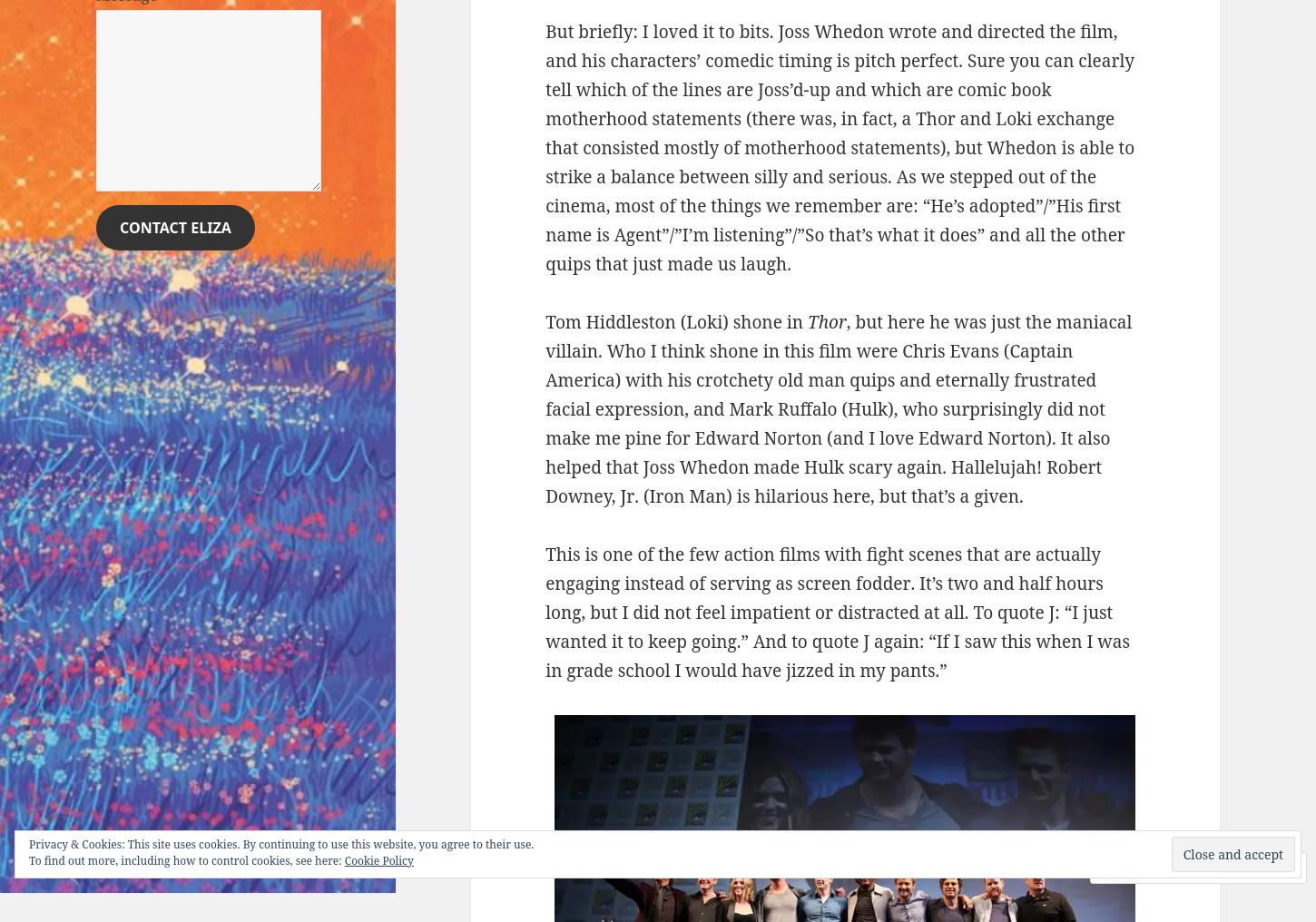  What do you see at coordinates (839, 145) in the screenshot?
I see `'But briefly: I loved it to bits. Joss Whedon wrote and directed the film, and his characters’ comedic timing is pitch perfect. Sure you can clearly tell which of the lines are Joss’d-up and which are comic book motherhood statements (there was, in fact, a Thor and Loki exchange that consisted mostly of motherhood statements), but Whedon is able to strike a balance between silly and serious. As we stepped out of the cinema, most of the things we remember are: “He’s adopted”/”His first name is Agent”/”I’m listening”/”So that’s what it does” and all the other quips that just made us laugh.'` at bounding box center [839, 145].